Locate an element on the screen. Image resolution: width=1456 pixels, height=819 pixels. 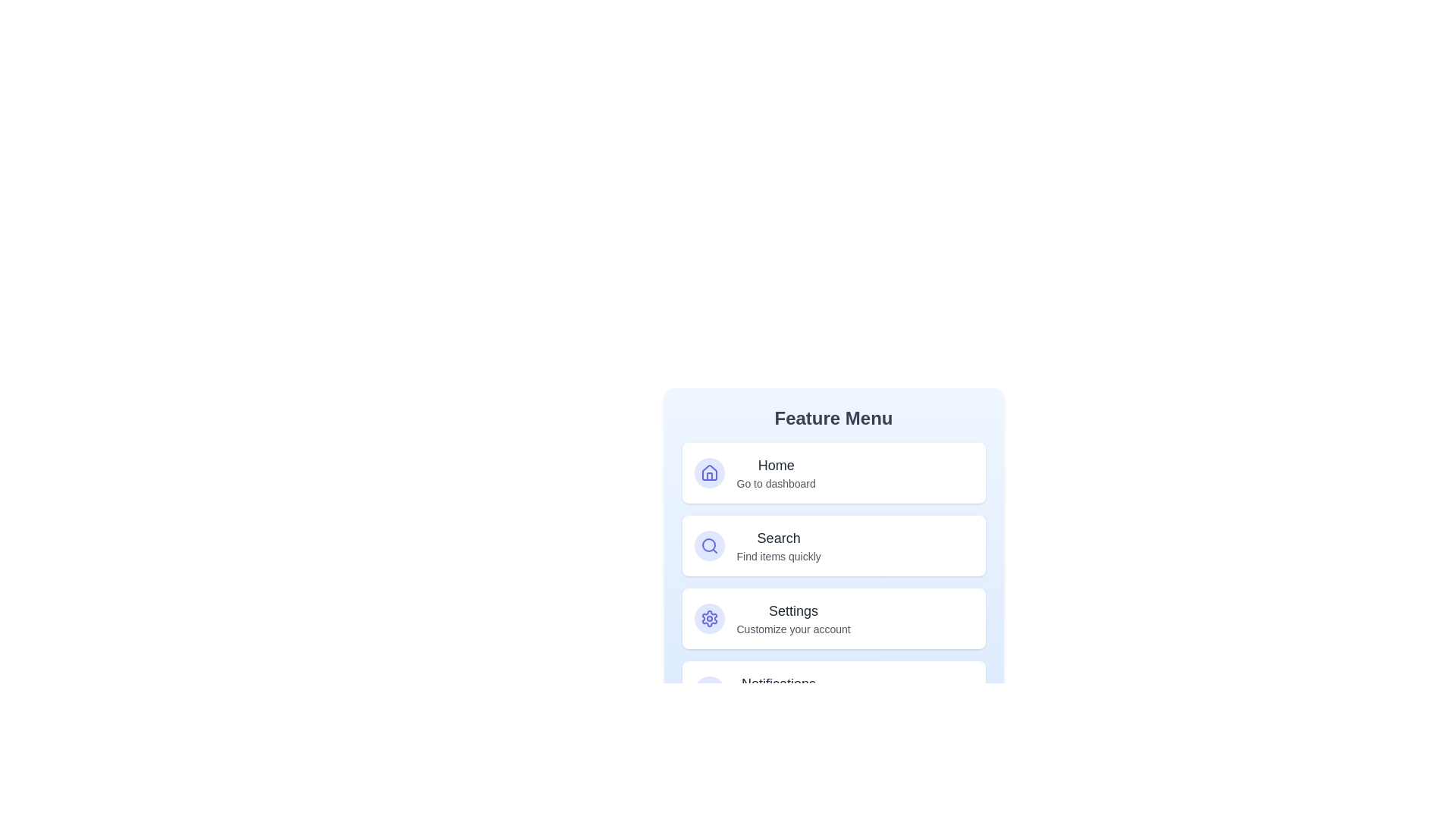
the option Home to see its hover effect is located at coordinates (833, 472).